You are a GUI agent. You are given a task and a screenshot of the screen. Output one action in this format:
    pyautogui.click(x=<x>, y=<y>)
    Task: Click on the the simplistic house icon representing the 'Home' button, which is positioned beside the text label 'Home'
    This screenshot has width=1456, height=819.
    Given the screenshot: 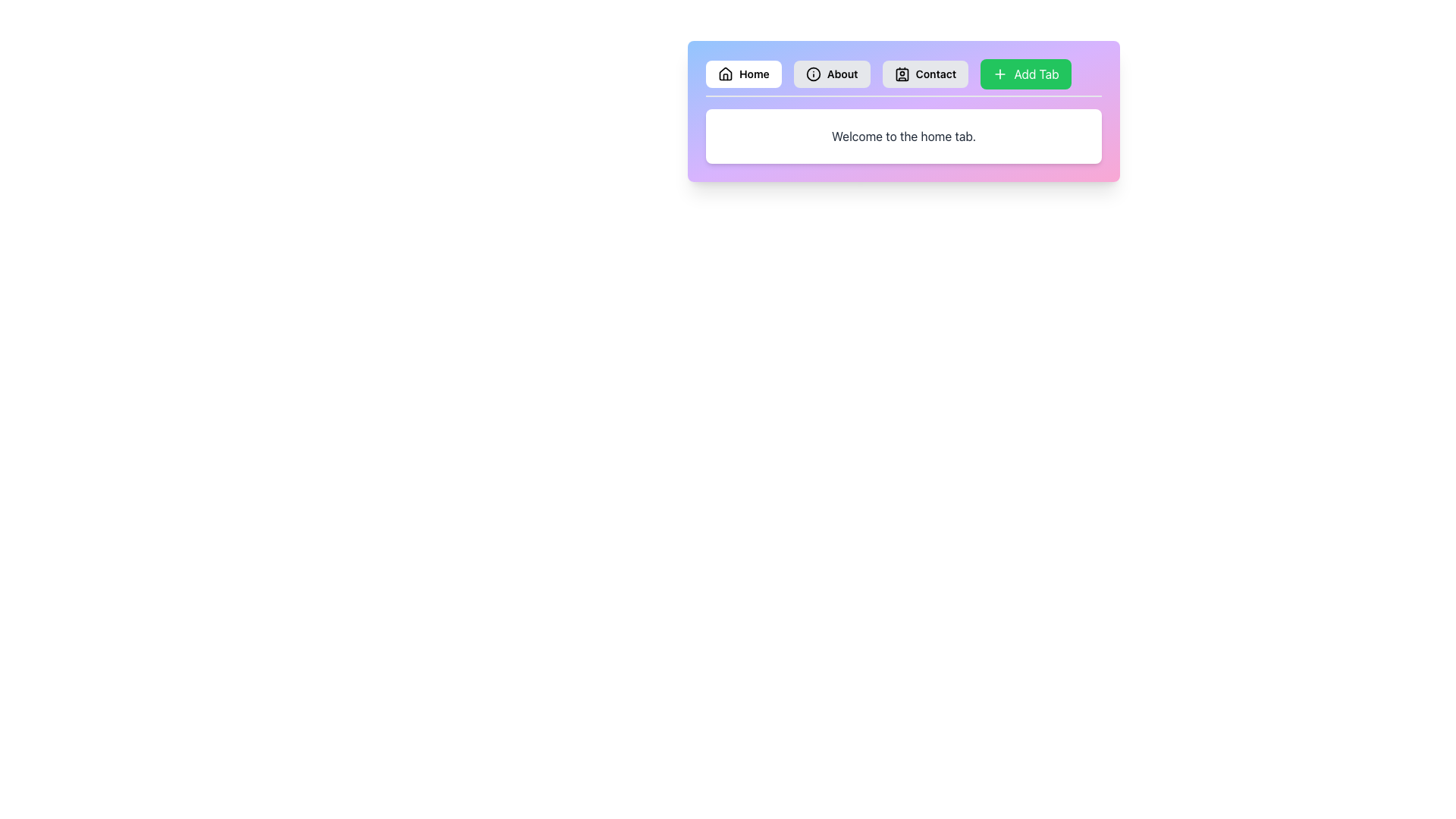 What is the action you would take?
    pyautogui.click(x=724, y=74)
    